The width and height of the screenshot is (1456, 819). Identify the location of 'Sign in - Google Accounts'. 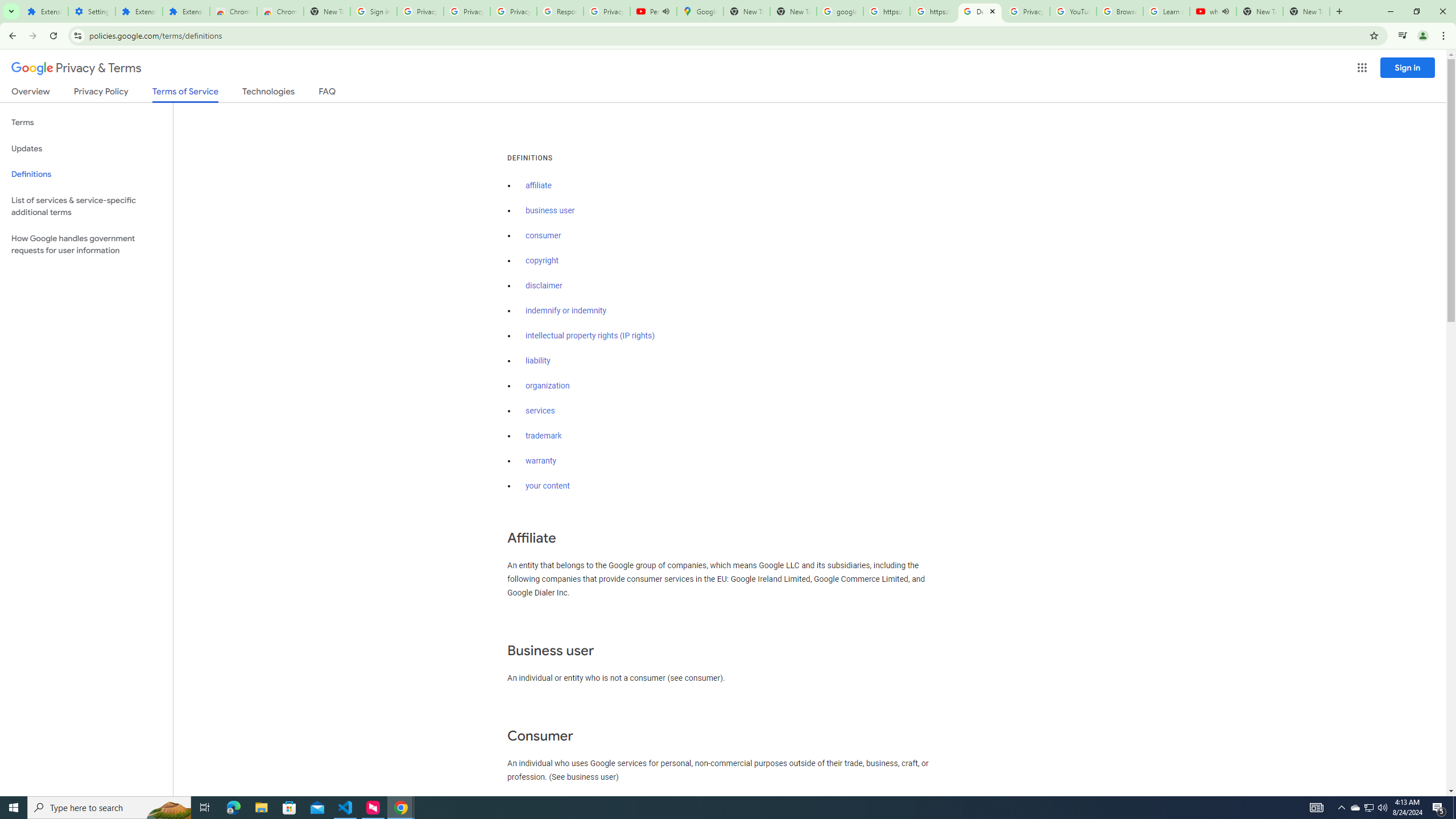
(373, 11).